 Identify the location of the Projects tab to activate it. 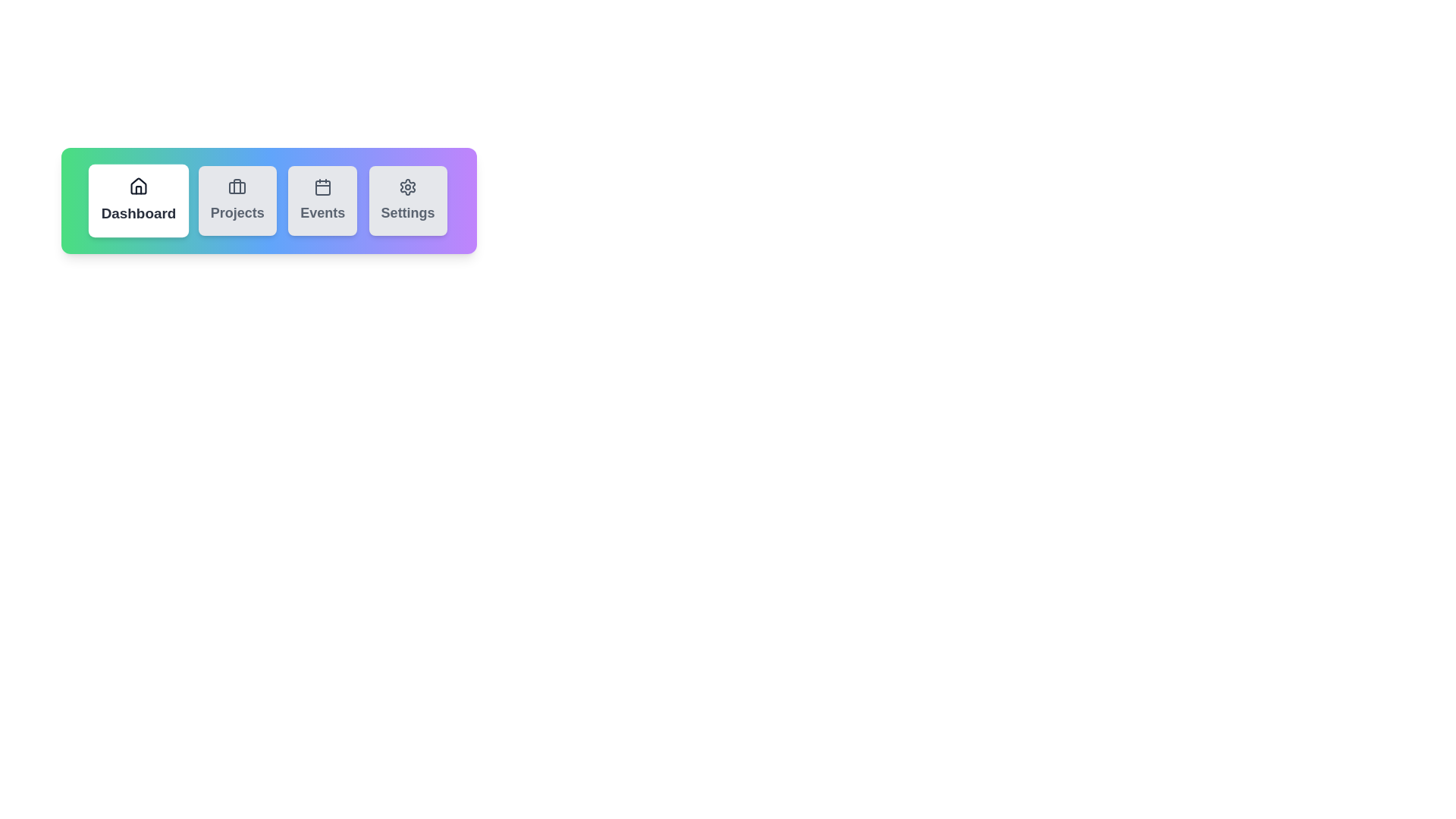
(236, 200).